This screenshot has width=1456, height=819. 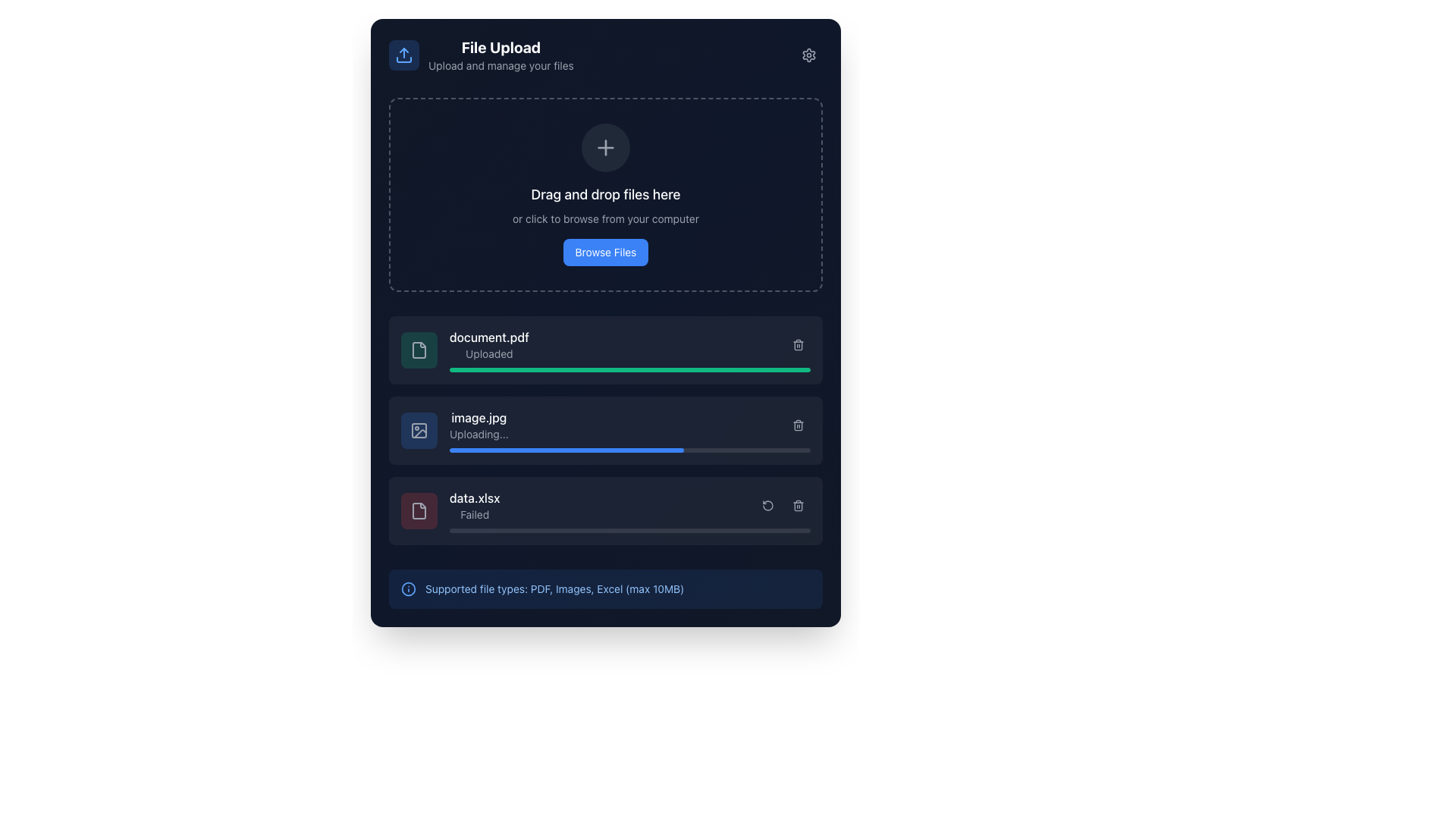 What do you see at coordinates (478, 425) in the screenshot?
I see `the label displaying the upload progress for 'image.jpg'` at bounding box center [478, 425].